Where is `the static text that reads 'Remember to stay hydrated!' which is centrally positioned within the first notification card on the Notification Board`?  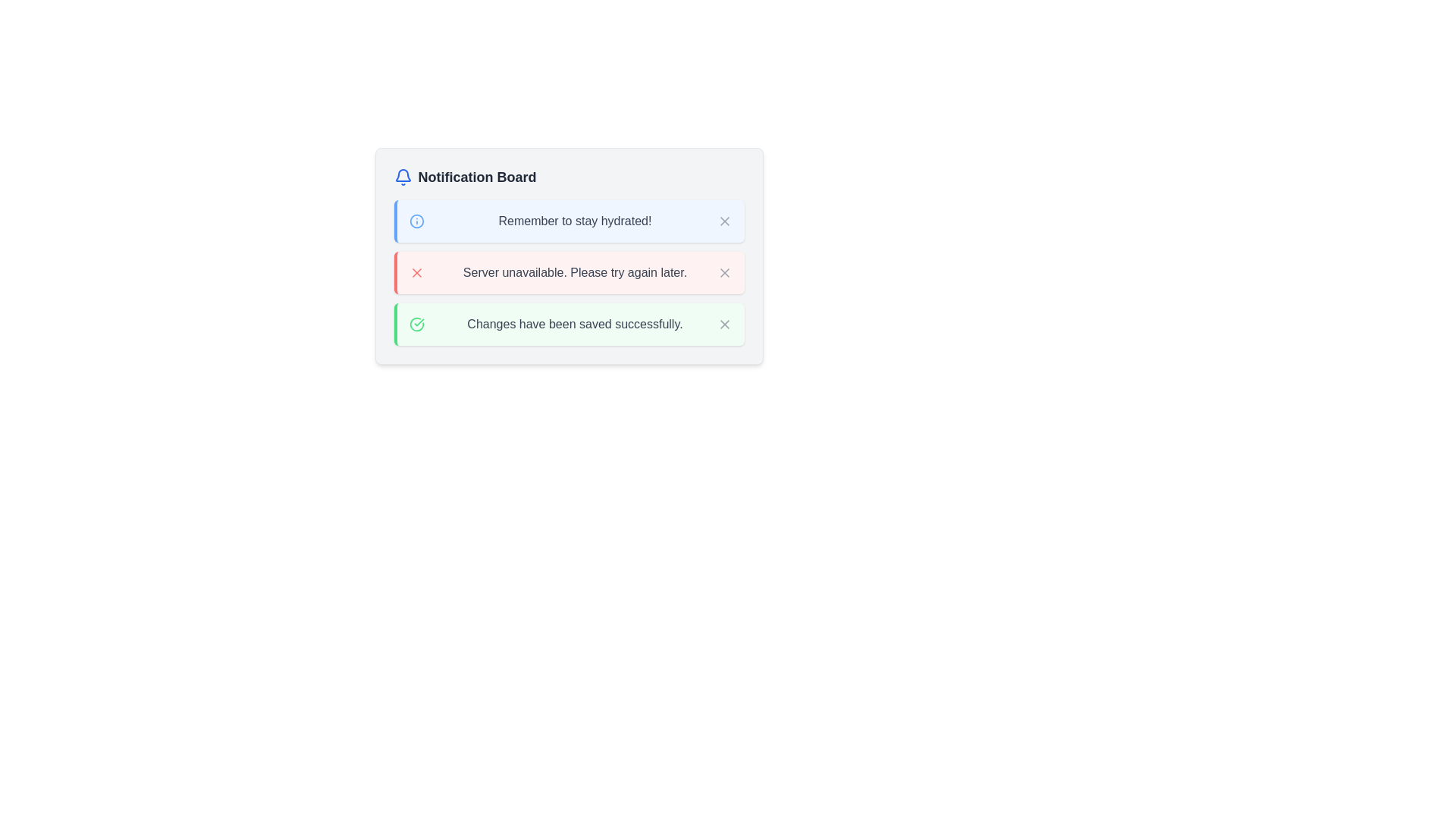 the static text that reads 'Remember to stay hydrated!' which is centrally positioned within the first notification card on the Notification Board is located at coordinates (574, 221).